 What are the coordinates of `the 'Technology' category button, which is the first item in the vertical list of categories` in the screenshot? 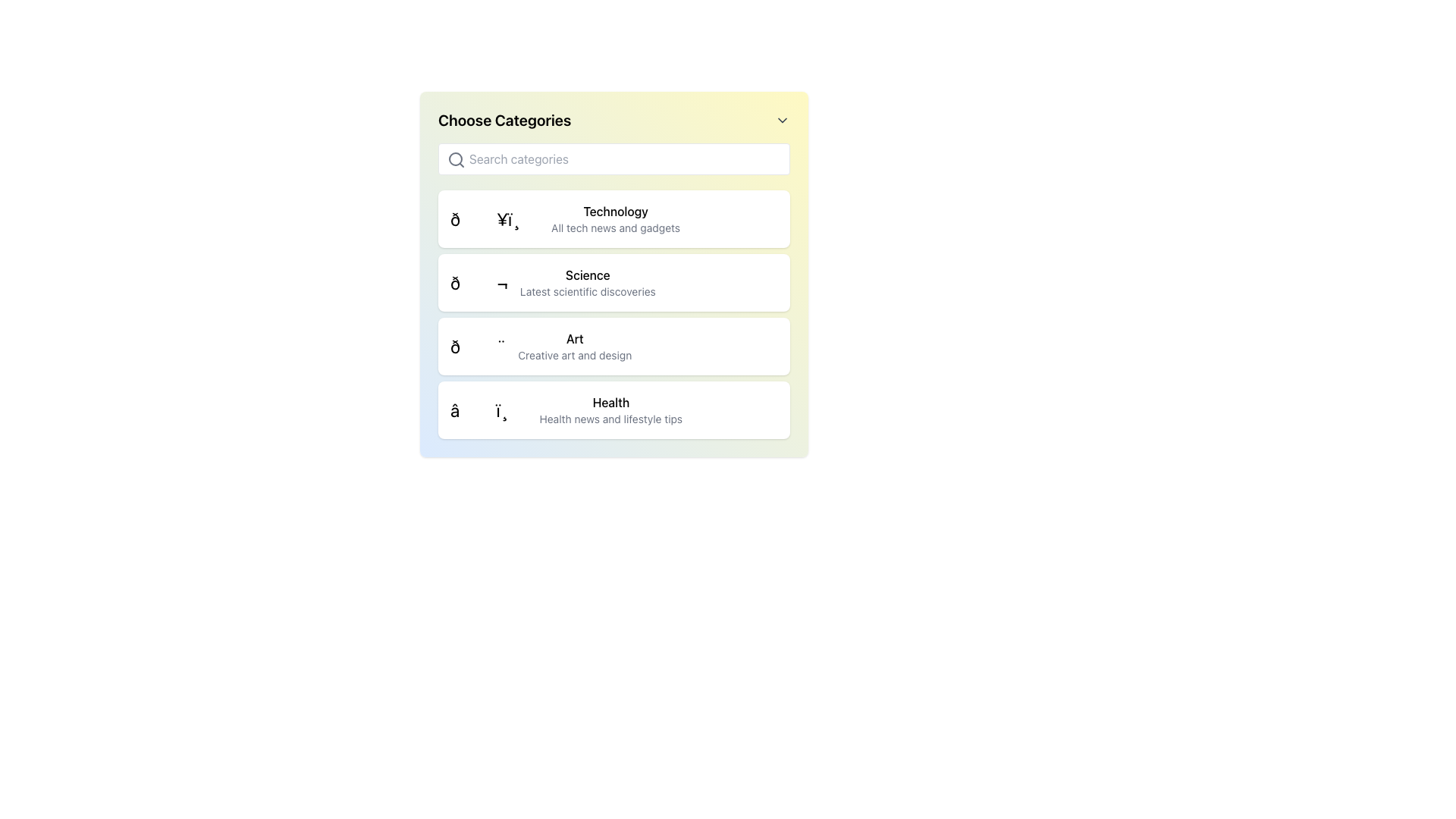 It's located at (614, 219).